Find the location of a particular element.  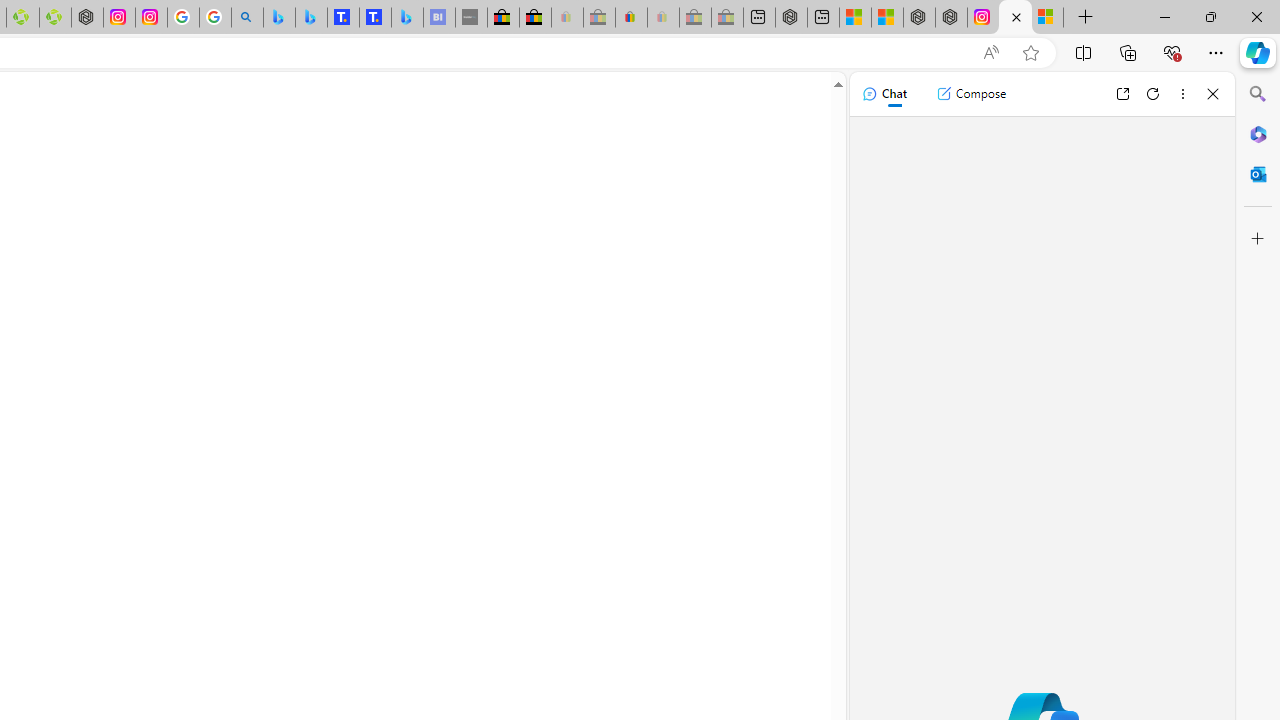

'Descarga Driver Updater' is located at coordinates (55, 17).